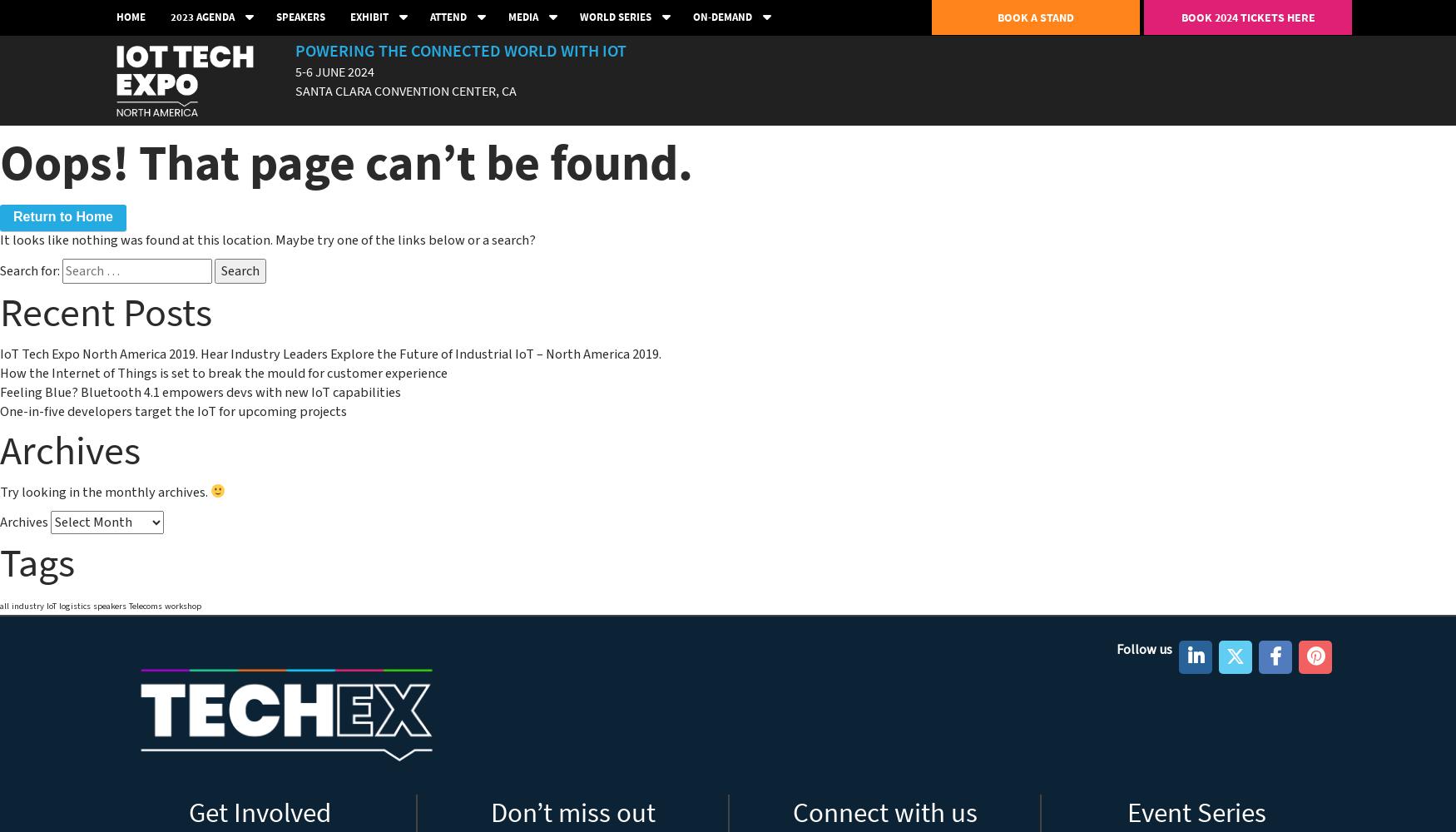  Describe the element at coordinates (74, 604) in the screenshot. I see `'logistics'` at that location.